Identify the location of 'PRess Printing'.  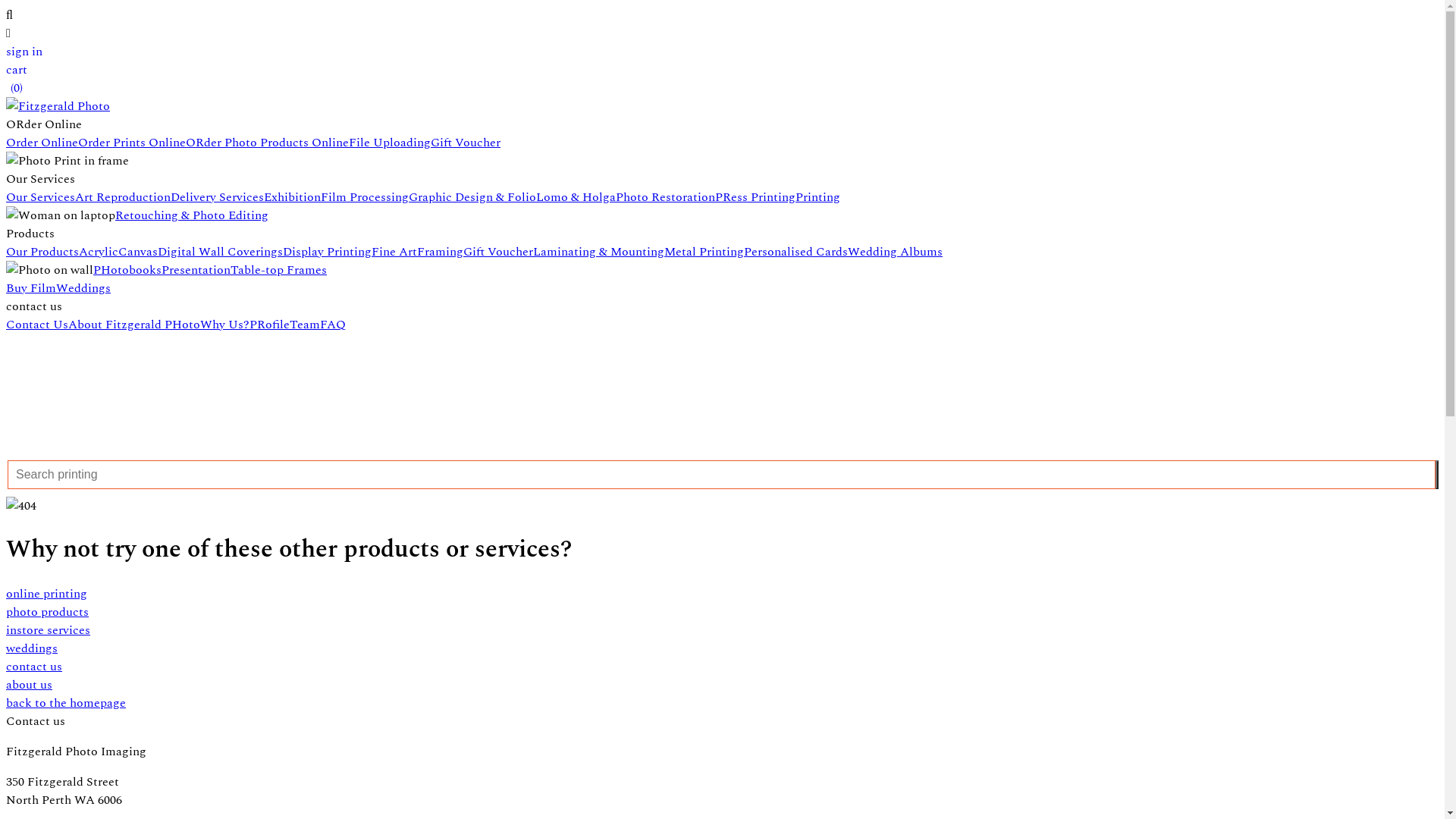
(755, 196).